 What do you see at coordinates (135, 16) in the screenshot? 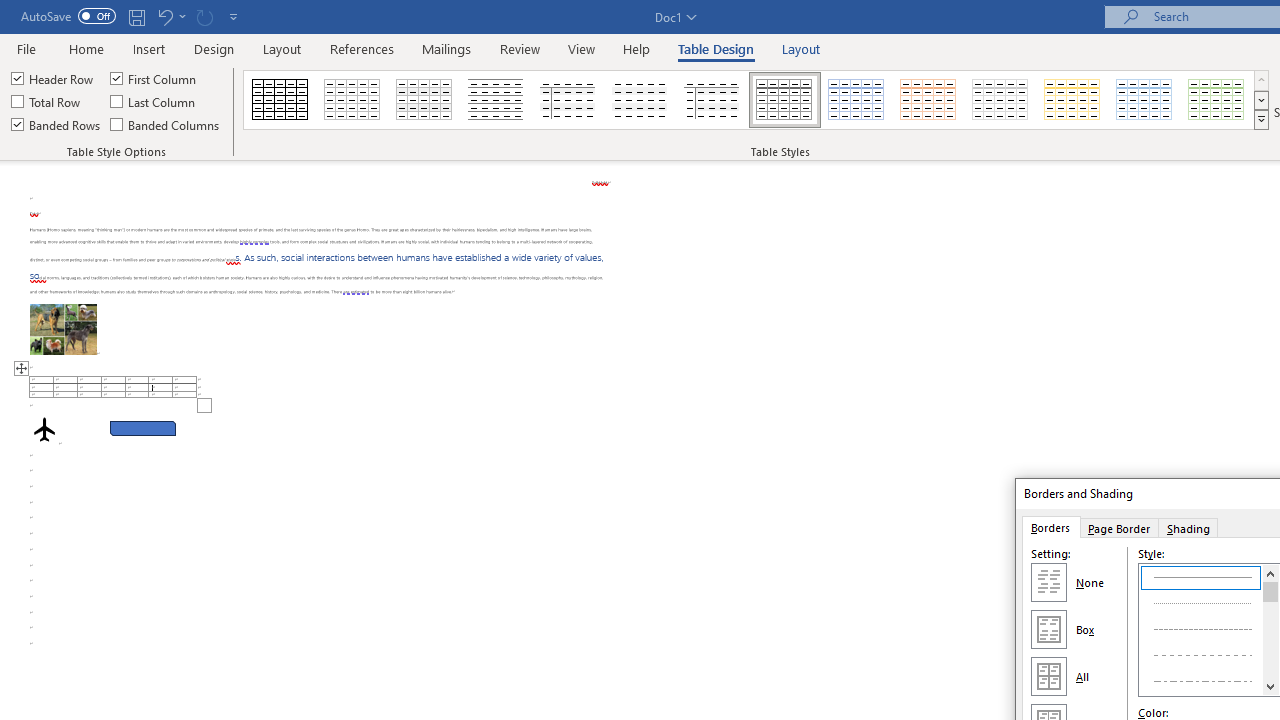
I see `'Save'` at bounding box center [135, 16].